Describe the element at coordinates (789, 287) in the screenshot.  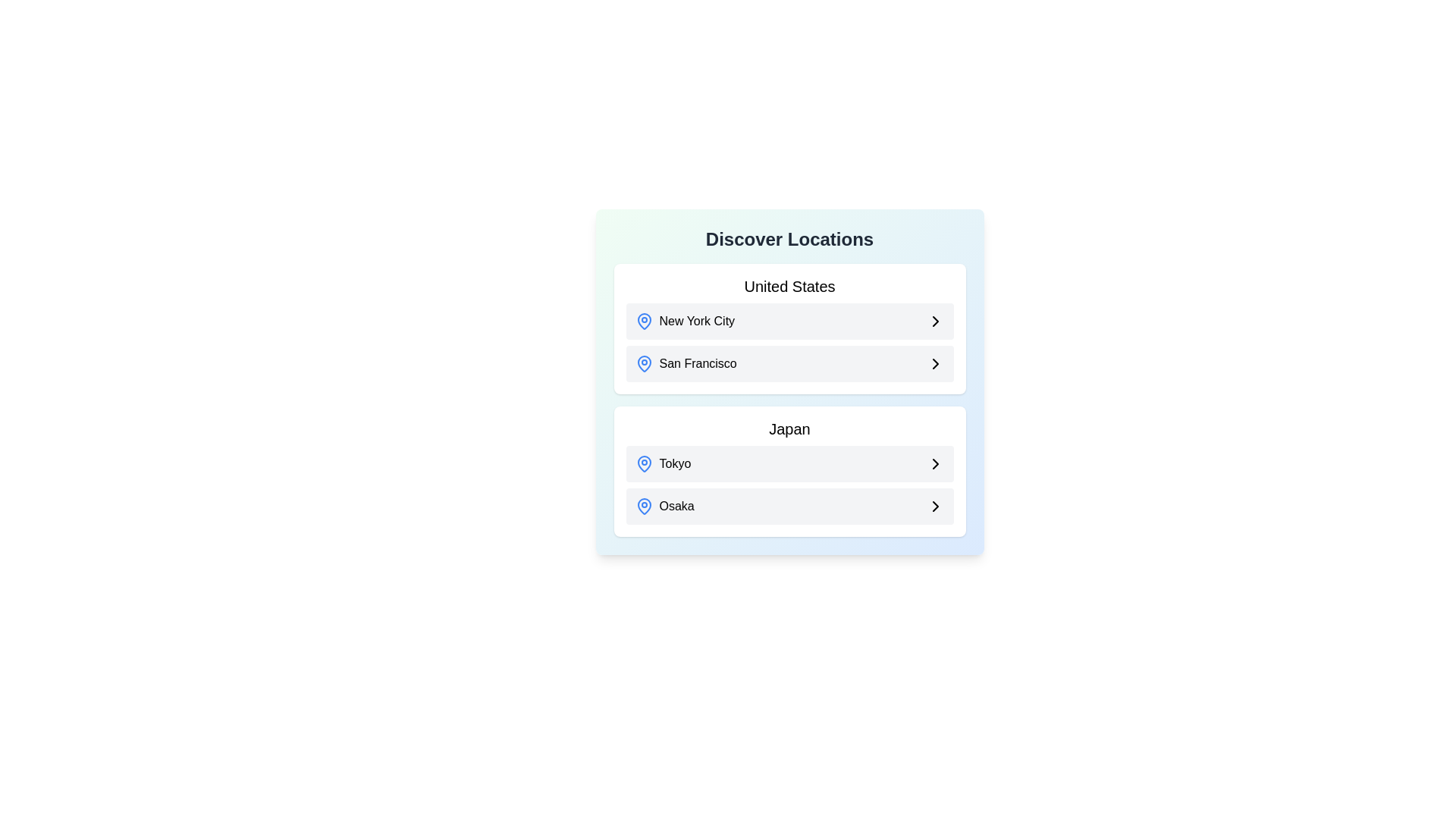
I see `the header text label displaying 'United States', which is centrally located at the top of the list box UI structure` at that location.